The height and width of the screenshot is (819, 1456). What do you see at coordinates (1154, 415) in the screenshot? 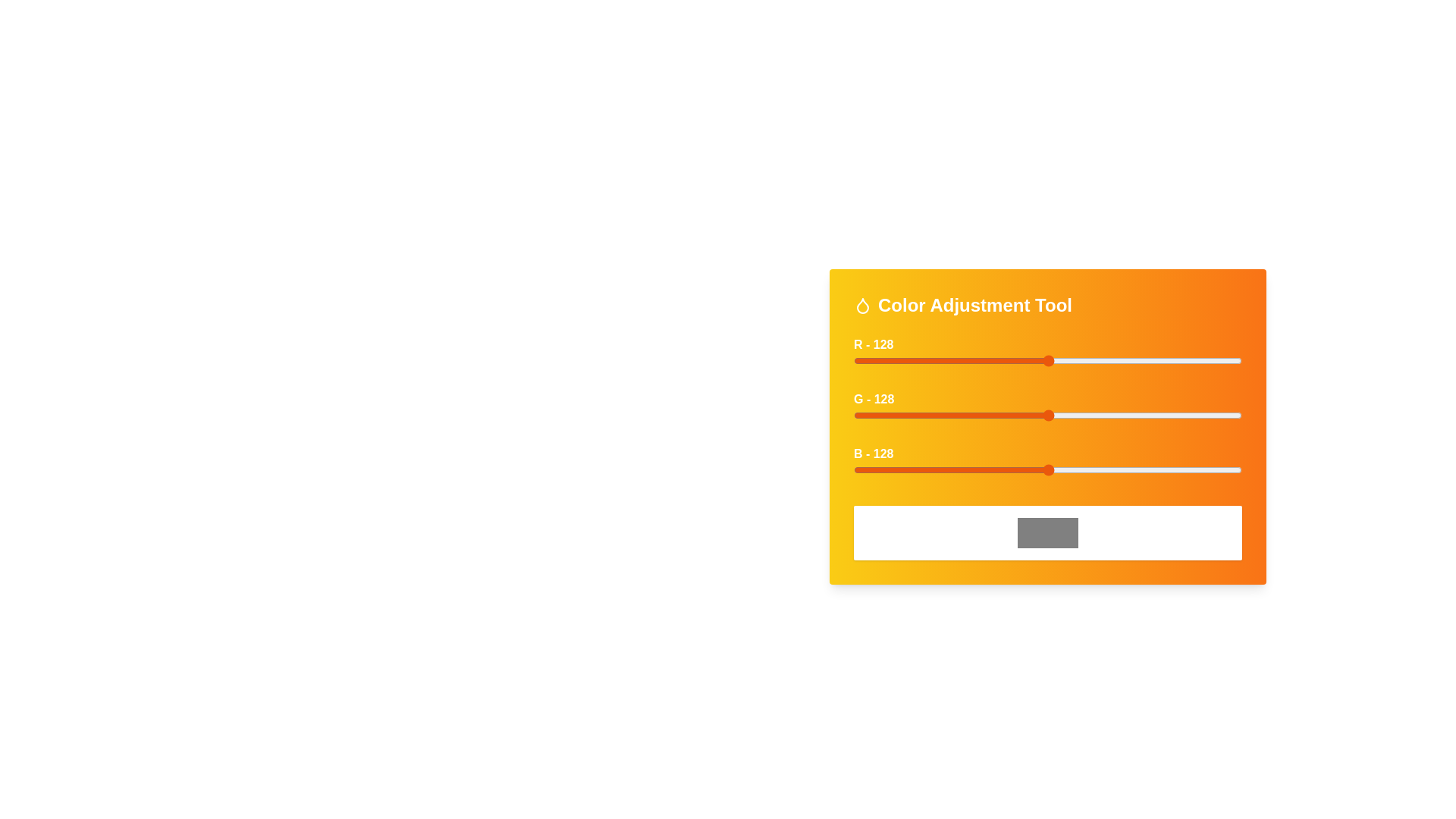
I see `the green slider to set the green intensity to 198` at bounding box center [1154, 415].